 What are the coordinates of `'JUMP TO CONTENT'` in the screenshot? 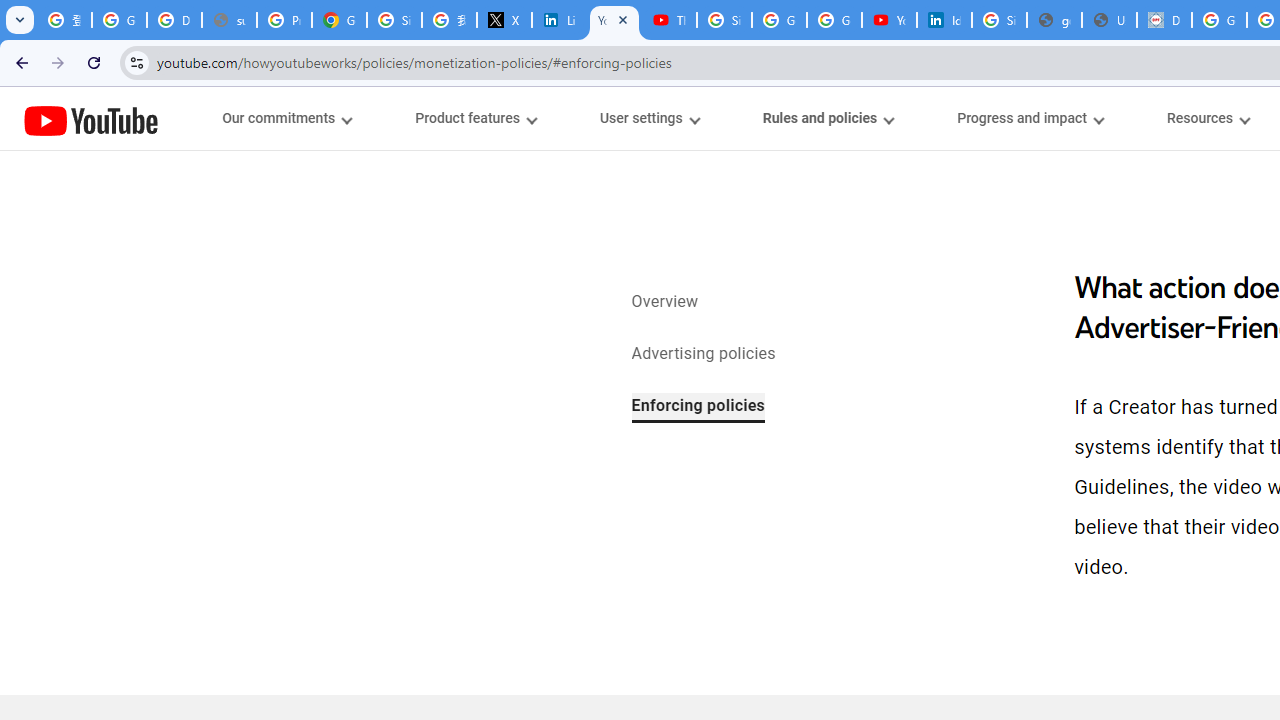 It's located at (209, 119).